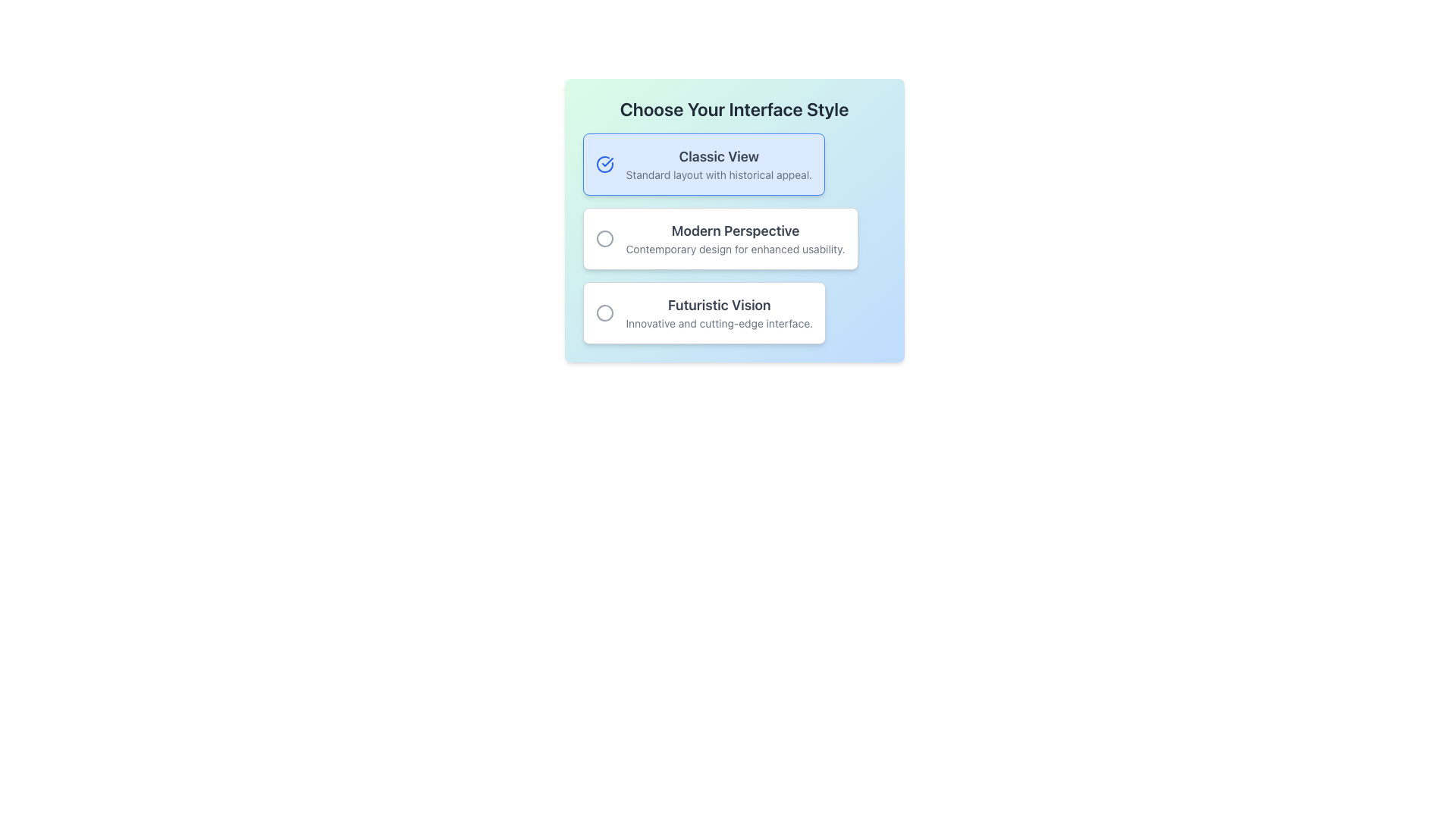 The width and height of the screenshot is (1456, 819). Describe the element at coordinates (718, 157) in the screenshot. I see `the bold text label reading 'Classic View' that is styled with a larger font size and gray color, located at the top of the box indicating selection` at that location.